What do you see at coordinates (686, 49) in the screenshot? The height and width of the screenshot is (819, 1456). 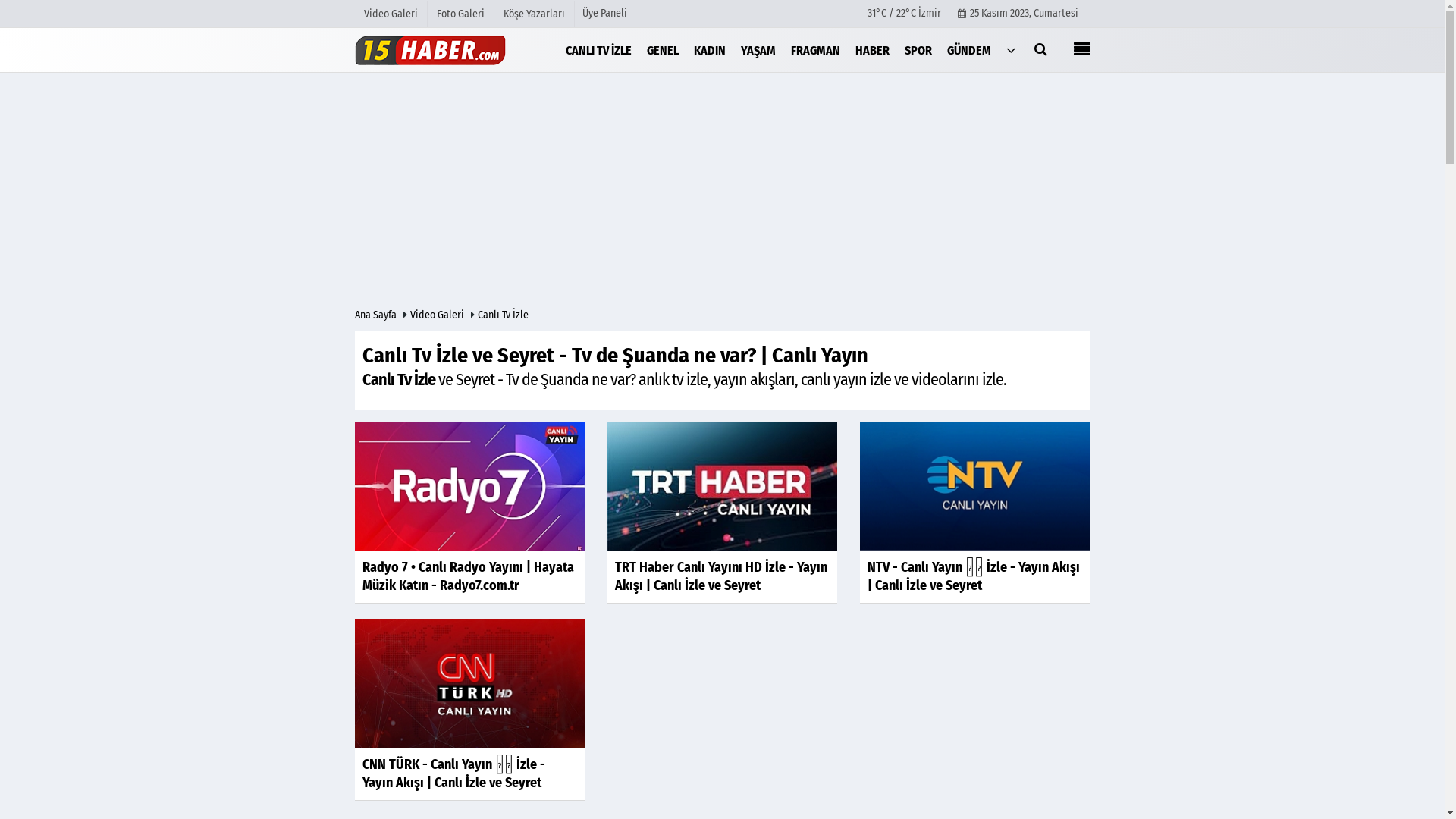 I see `'KADIN'` at bounding box center [686, 49].